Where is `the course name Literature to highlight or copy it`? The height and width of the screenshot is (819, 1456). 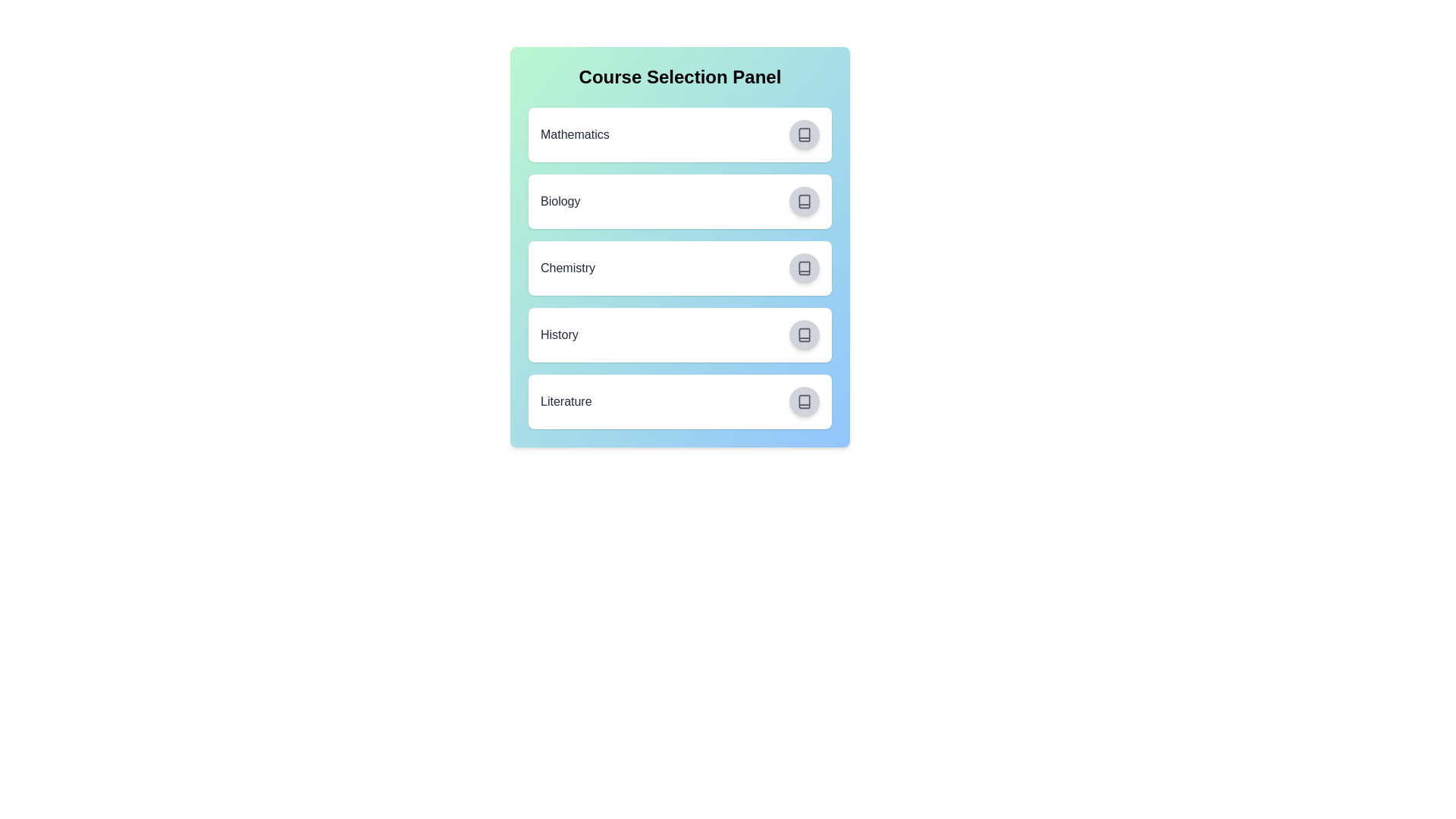 the course name Literature to highlight or copy it is located at coordinates (564, 400).